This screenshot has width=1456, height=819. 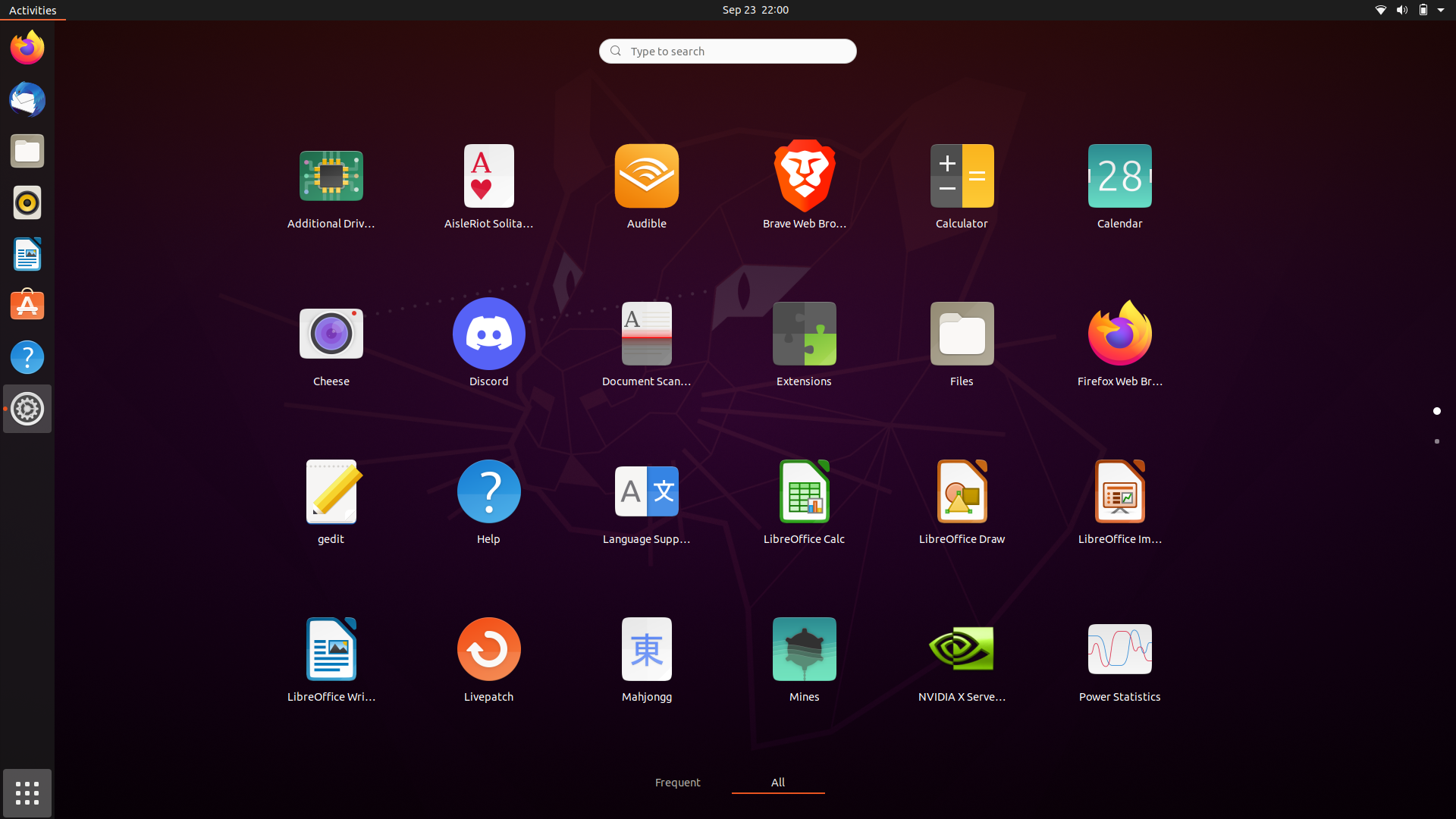 I want to click on Keyboard open, then click and search "tools, so click(x=726, y=49).